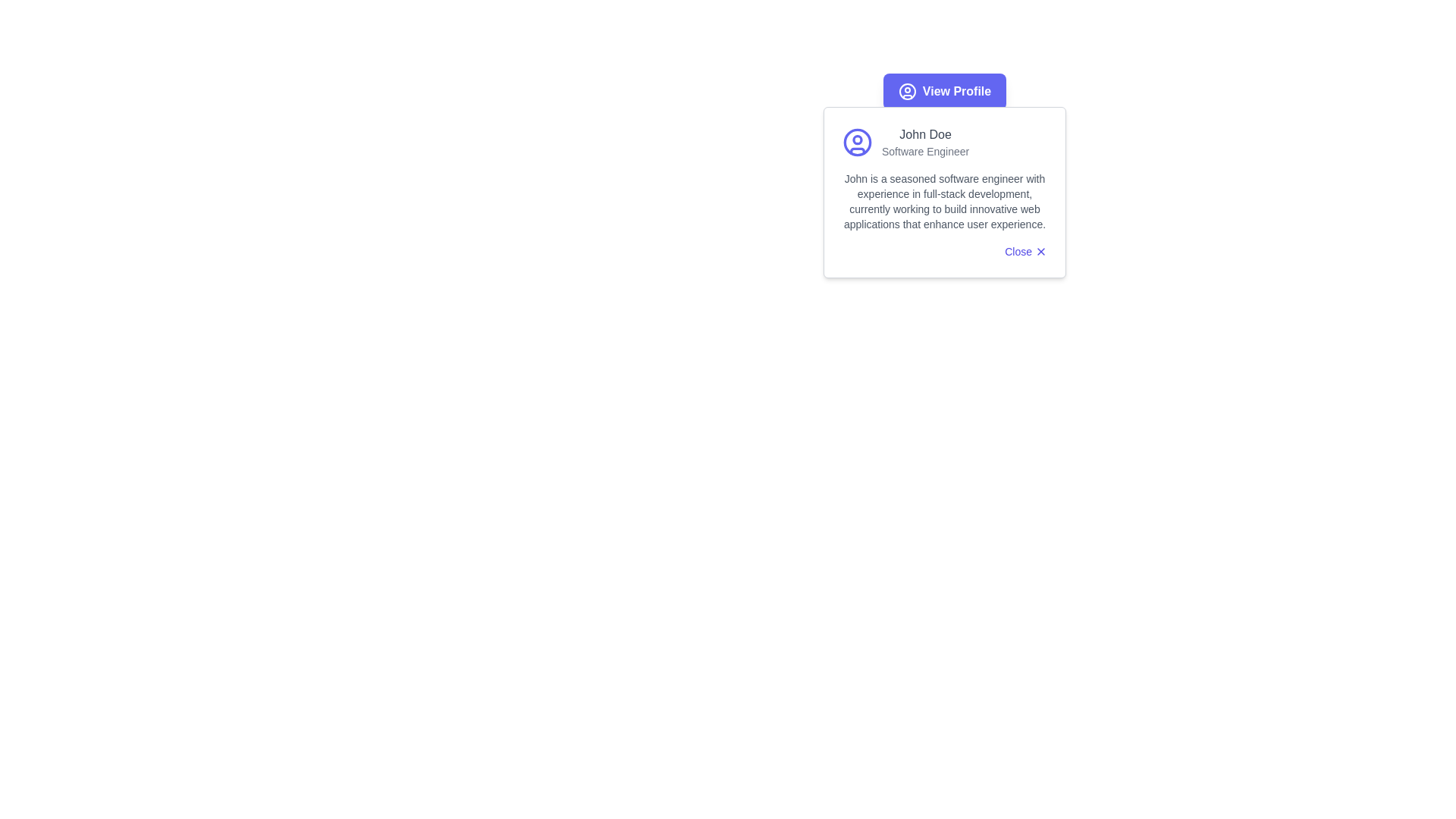  Describe the element at coordinates (944, 91) in the screenshot. I see `the button located at the top of the modal layout` at that location.